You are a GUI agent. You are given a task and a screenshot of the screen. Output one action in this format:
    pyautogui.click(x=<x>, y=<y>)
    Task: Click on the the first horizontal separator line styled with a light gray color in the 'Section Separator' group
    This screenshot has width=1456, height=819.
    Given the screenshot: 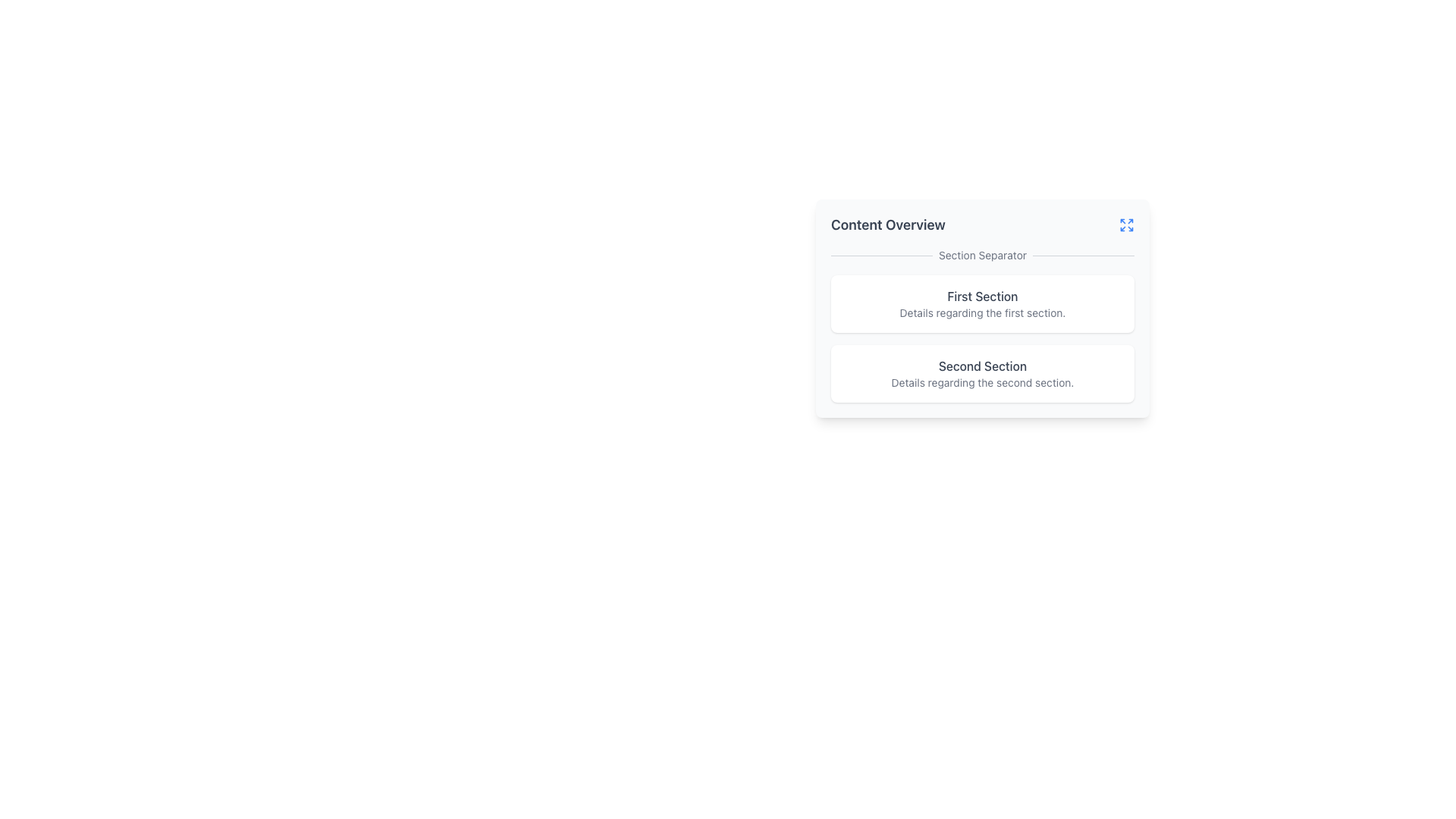 What is the action you would take?
    pyautogui.click(x=881, y=254)
    